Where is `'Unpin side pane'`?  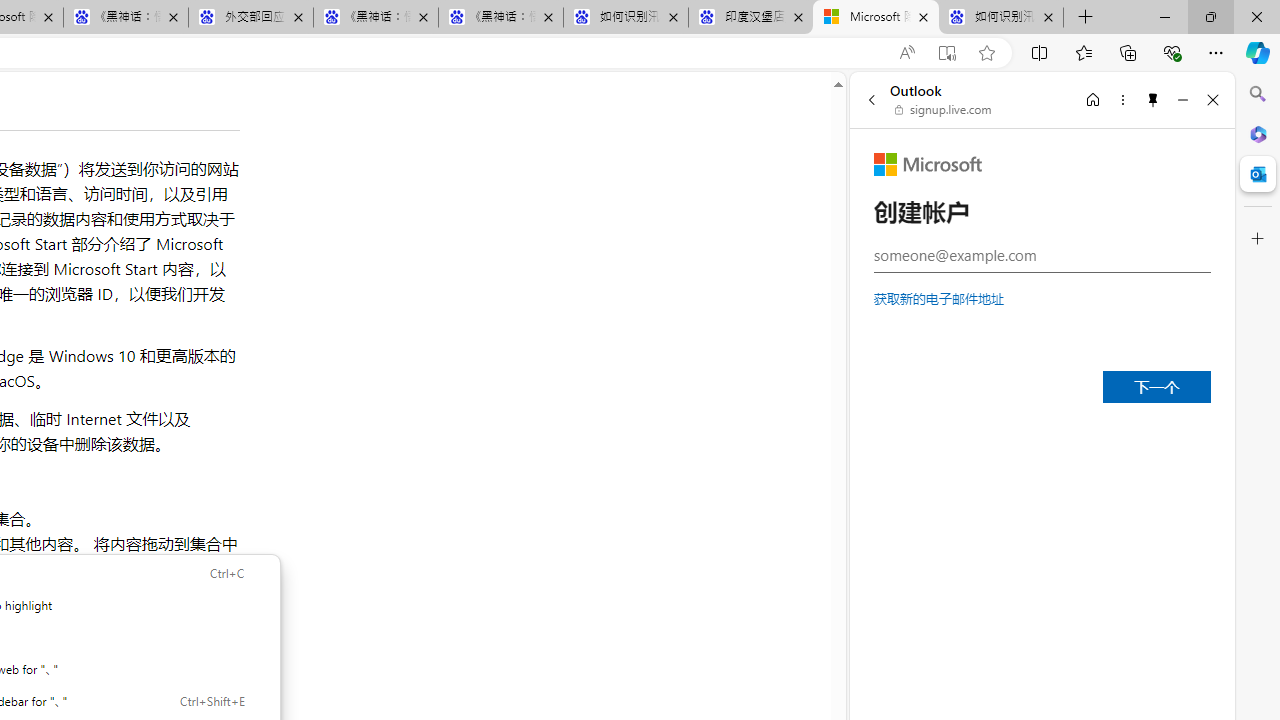
'Unpin side pane' is located at coordinates (1153, 99).